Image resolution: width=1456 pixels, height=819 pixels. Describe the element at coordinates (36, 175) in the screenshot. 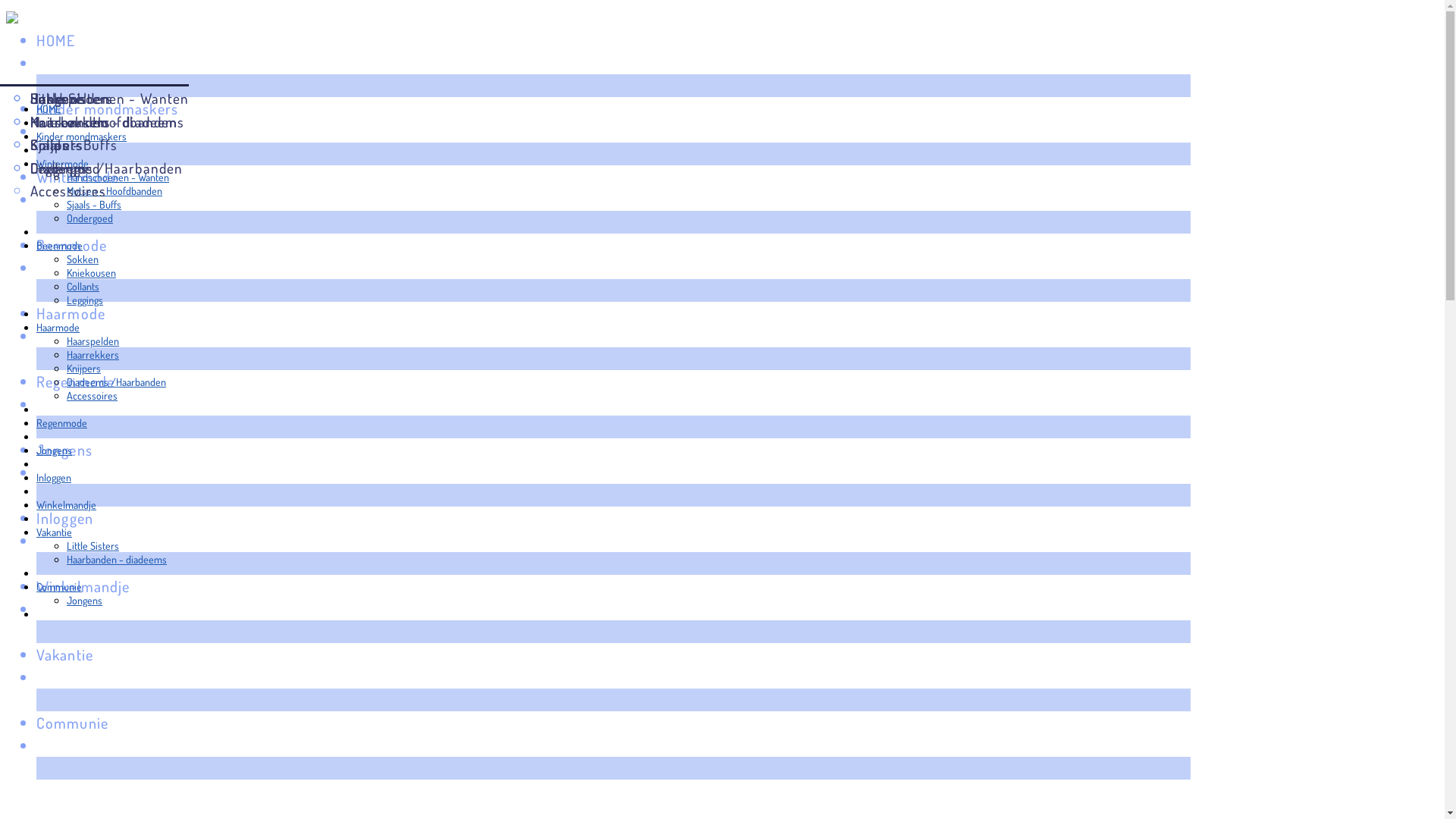

I see `'Wintermode'` at that location.